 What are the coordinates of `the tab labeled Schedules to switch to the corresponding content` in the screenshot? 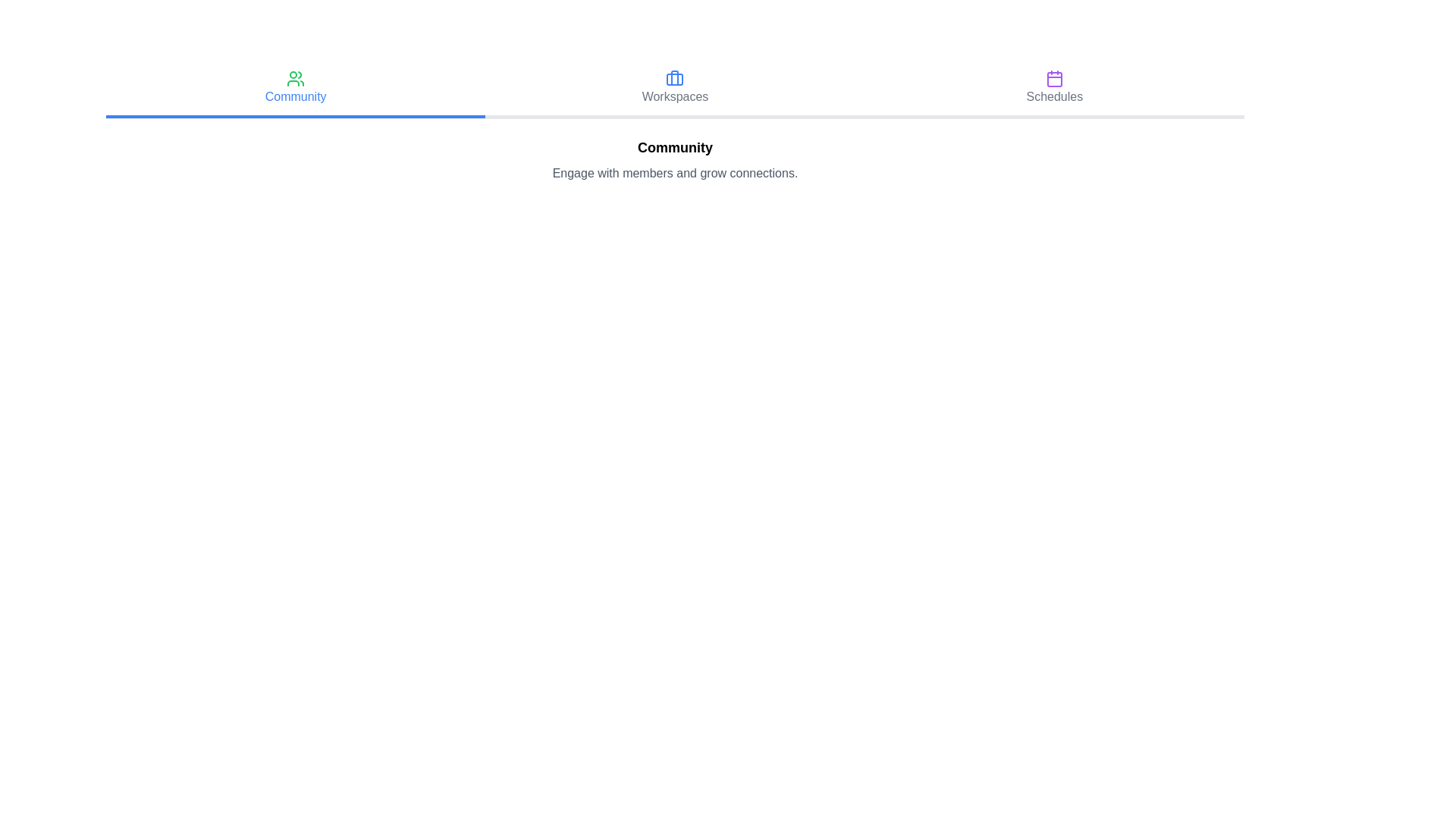 It's located at (1053, 89).